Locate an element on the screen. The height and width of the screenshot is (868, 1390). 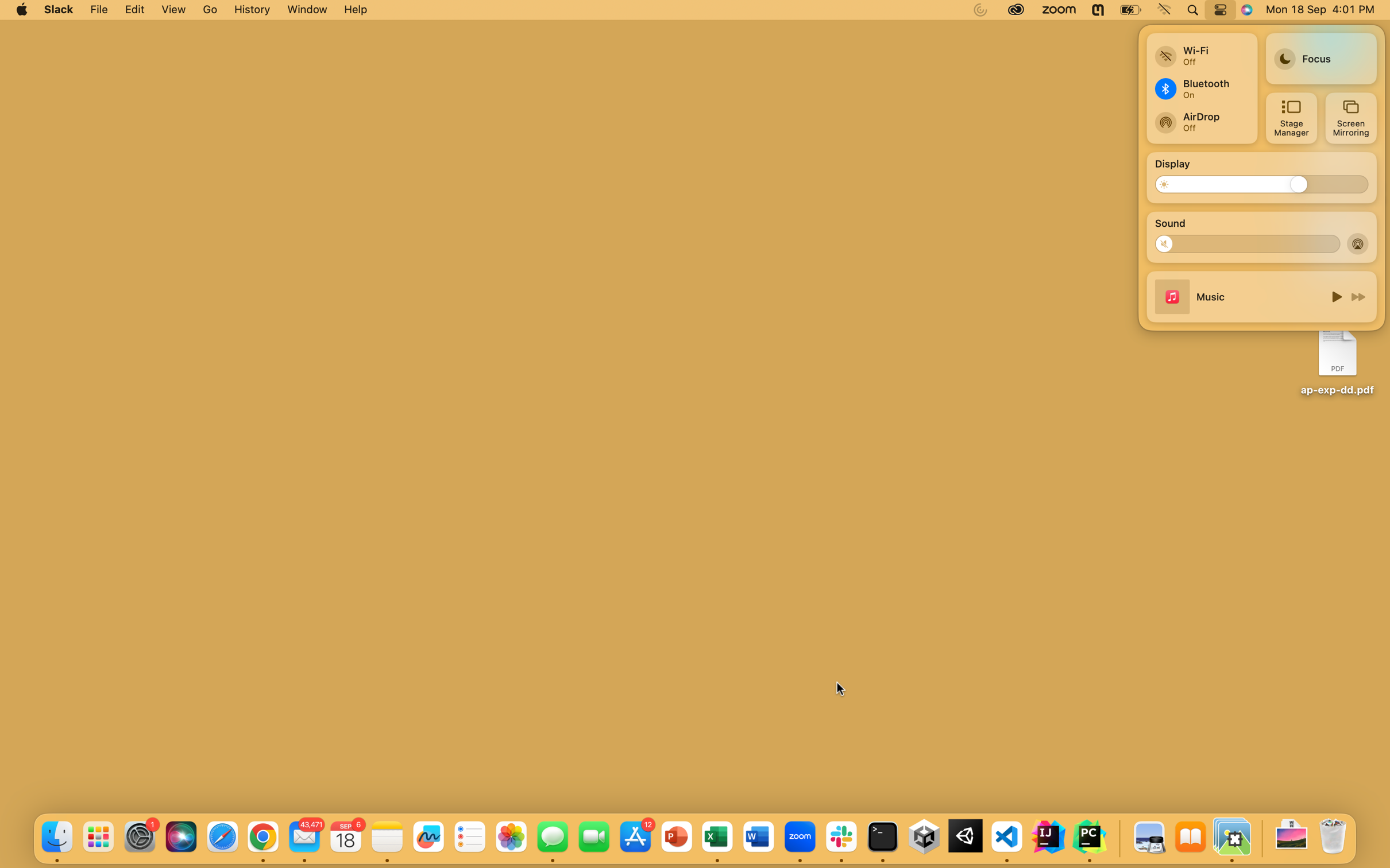
Start airdrop is located at coordinates (1358, 243).